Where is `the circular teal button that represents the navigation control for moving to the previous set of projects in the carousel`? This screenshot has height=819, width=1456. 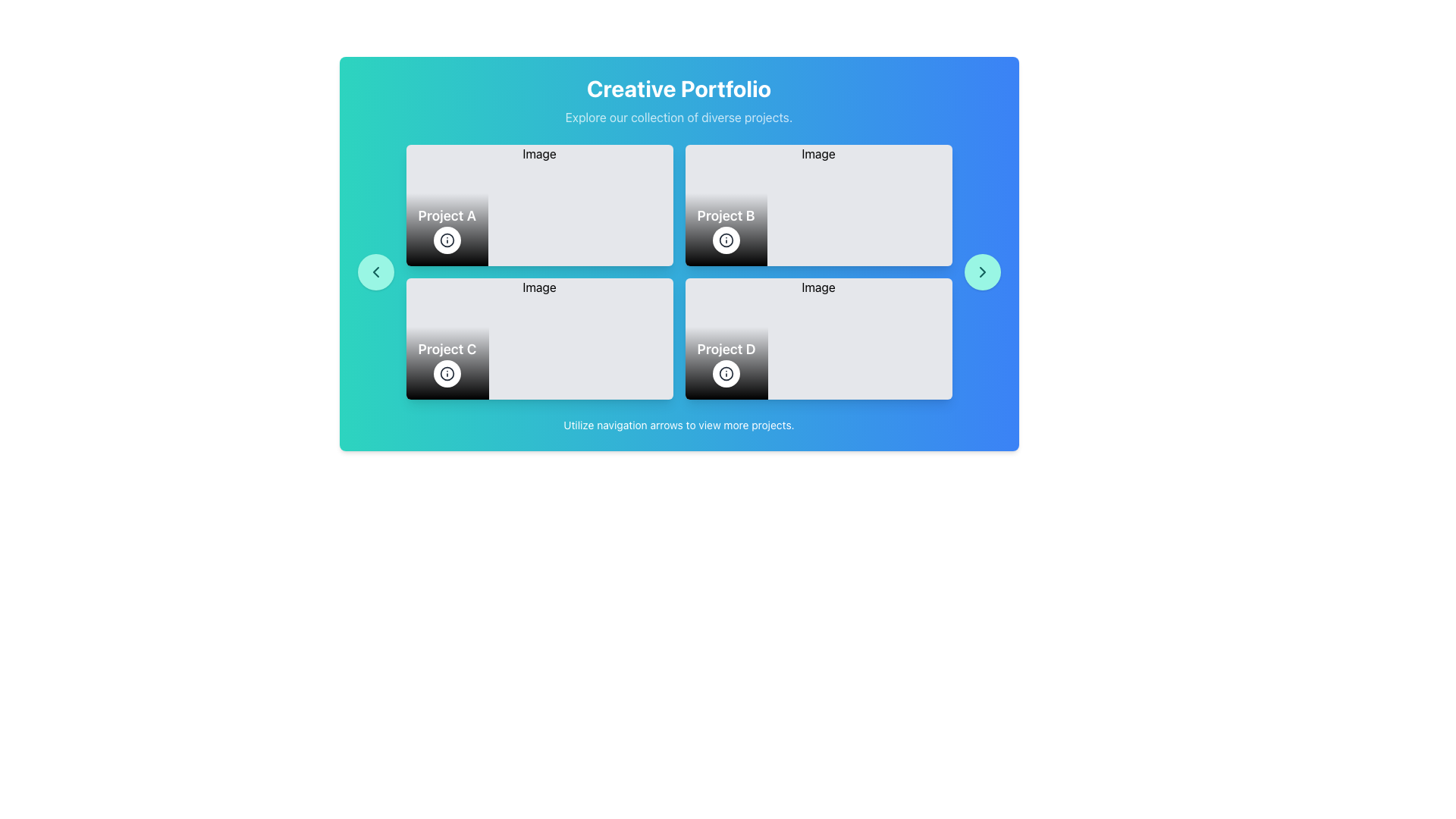
the circular teal button that represents the navigation control for moving to the previous set of projects in the carousel is located at coordinates (375, 271).